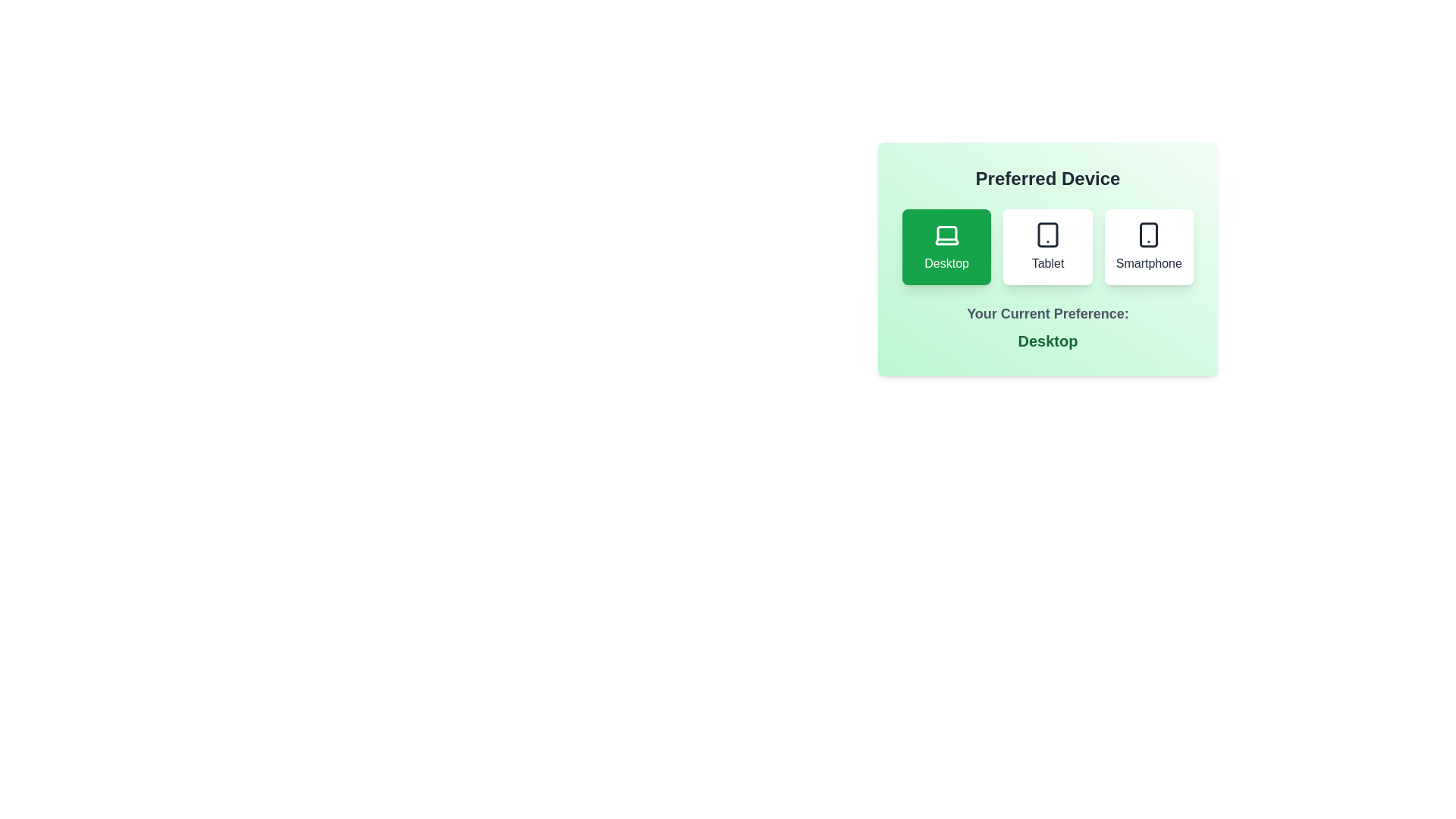 The image size is (1456, 819). What do you see at coordinates (1149, 246) in the screenshot?
I see `the preferred device by clicking on the corresponding button for Smartphone` at bounding box center [1149, 246].